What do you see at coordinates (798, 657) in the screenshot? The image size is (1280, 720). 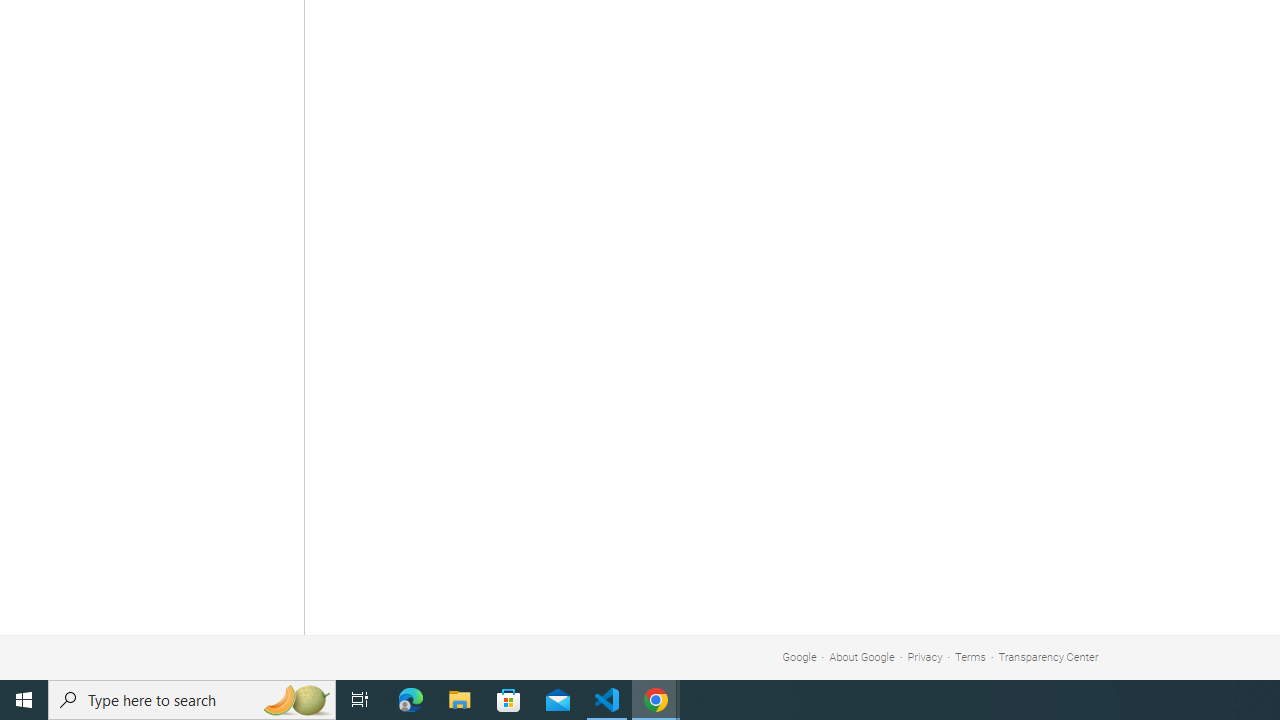 I see `'Google'` at bounding box center [798, 657].